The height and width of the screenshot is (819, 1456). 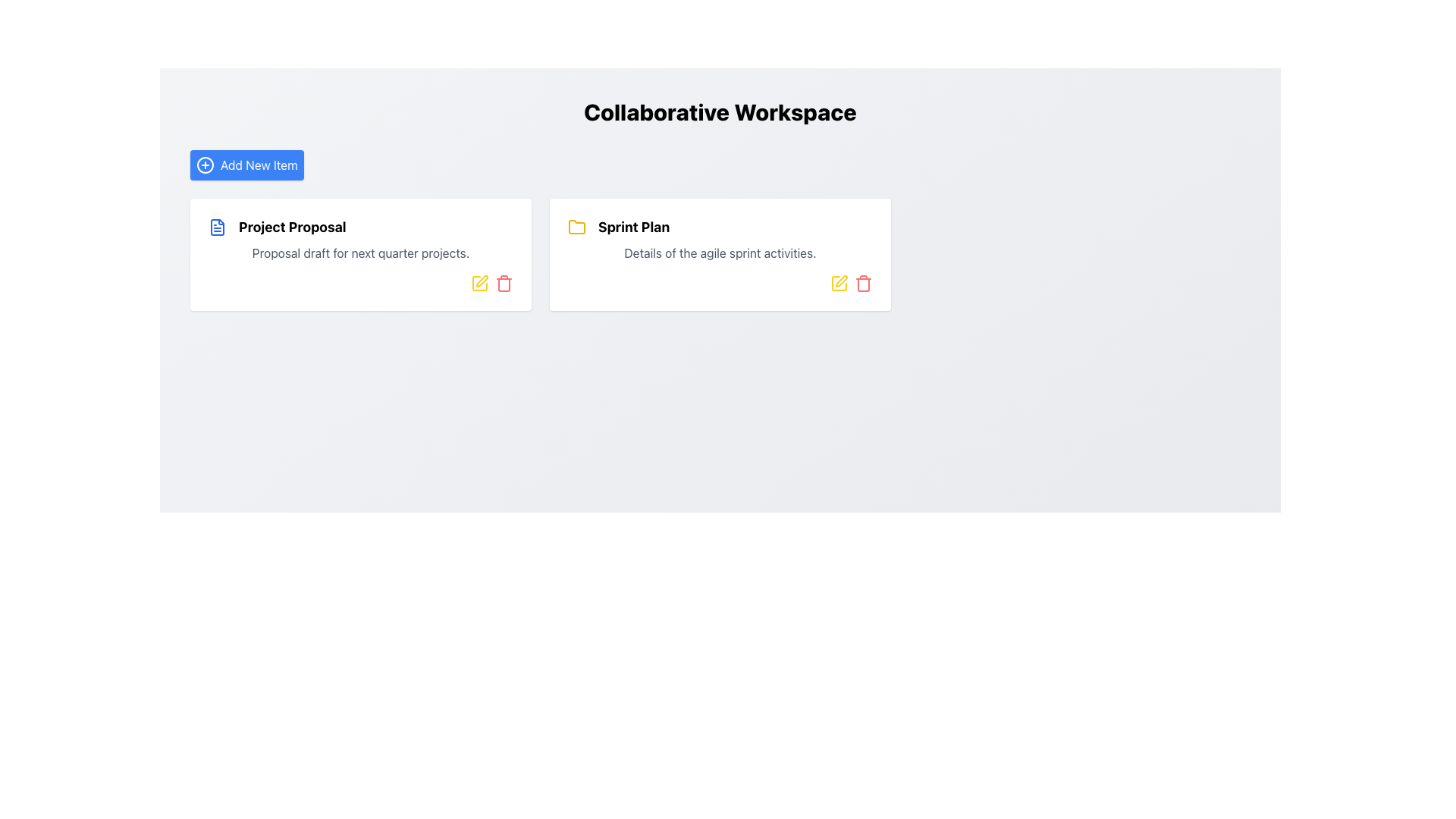 What do you see at coordinates (204, 165) in the screenshot?
I see `the filled circular shape of the 'plus inside a circle' icon located at the top left of the 'Add New Item' blue button` at bounding box center [204, 165].